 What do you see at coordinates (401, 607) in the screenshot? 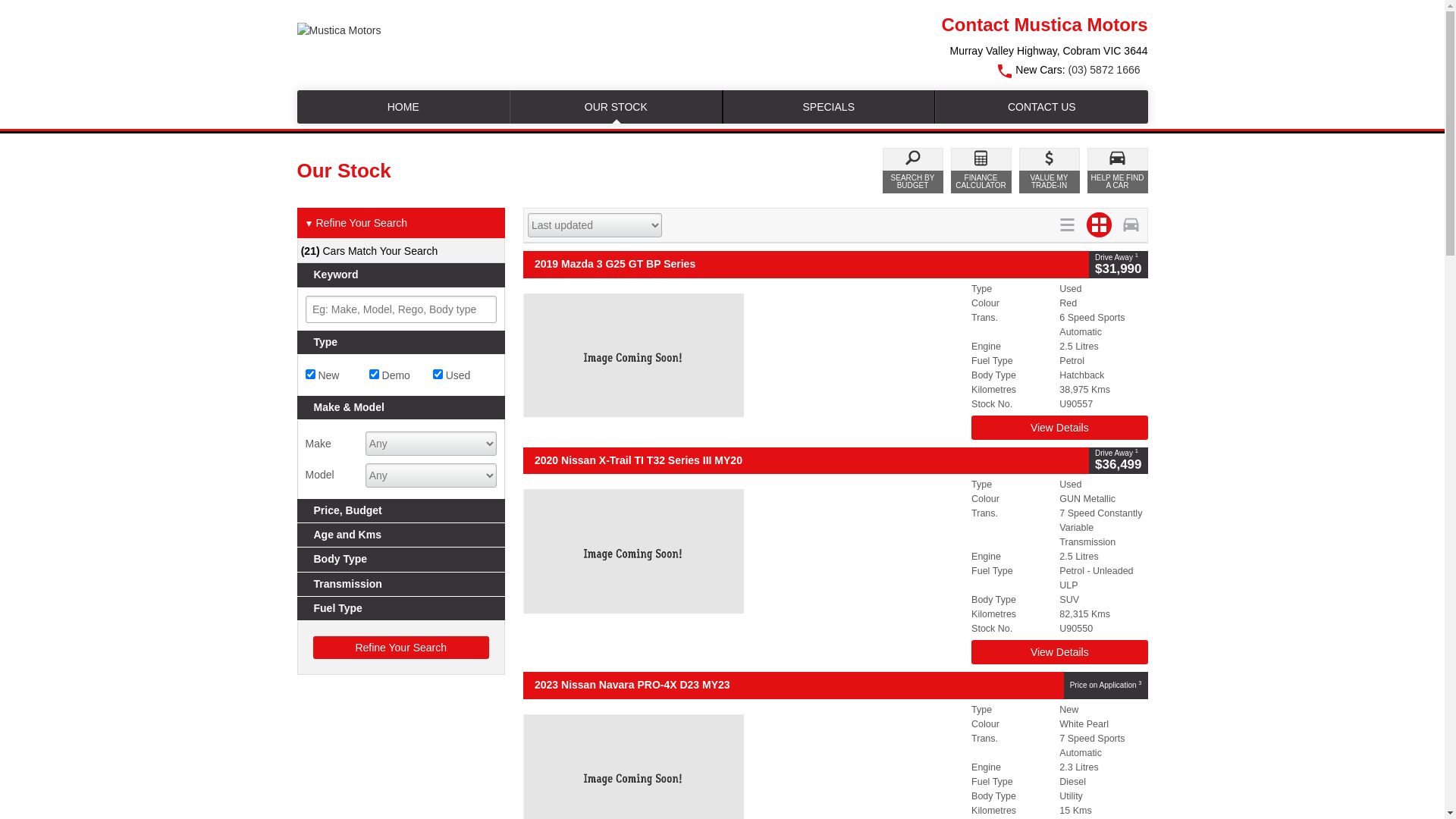
I see `'Fuel Type'` at bounding box center [401, 607].